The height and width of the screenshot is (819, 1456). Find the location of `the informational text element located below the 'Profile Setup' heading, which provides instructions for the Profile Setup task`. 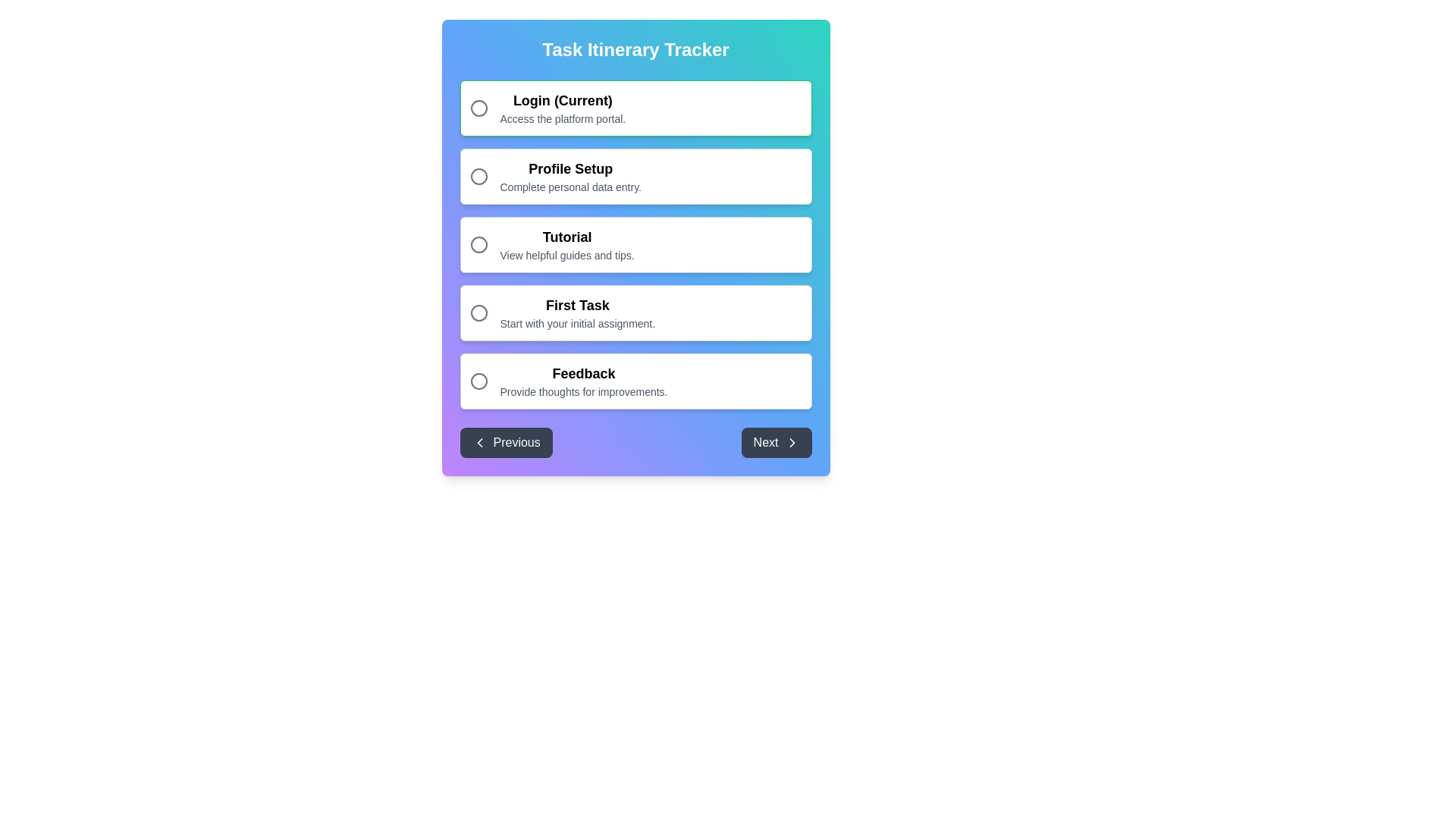

the informational text element located below the 'Profile Setup' heading, which provides instructions for the Profile Setup task is located at coordinates (570, 186).